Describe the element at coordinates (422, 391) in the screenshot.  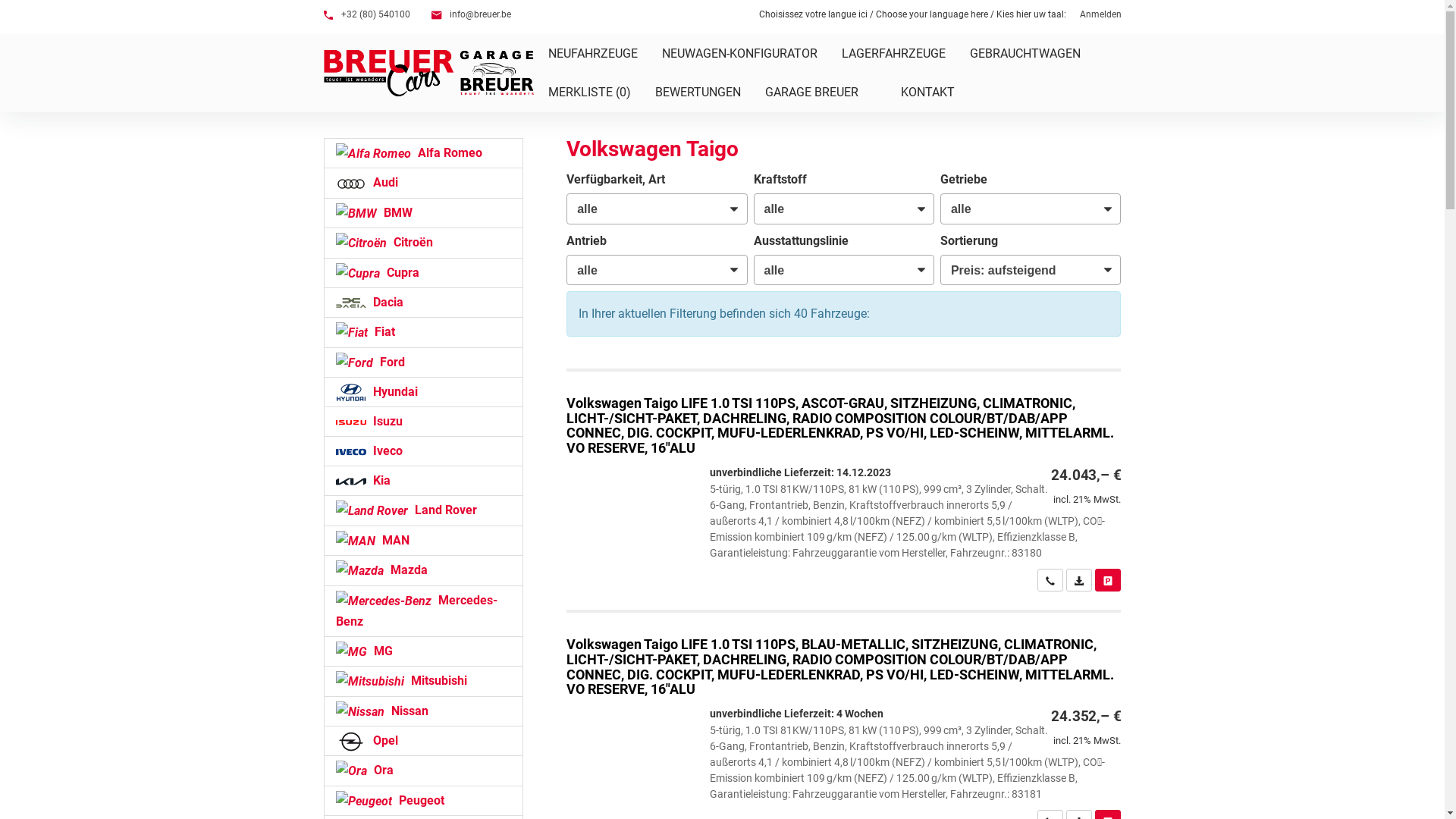
I see `'Hyundai'` at that location.